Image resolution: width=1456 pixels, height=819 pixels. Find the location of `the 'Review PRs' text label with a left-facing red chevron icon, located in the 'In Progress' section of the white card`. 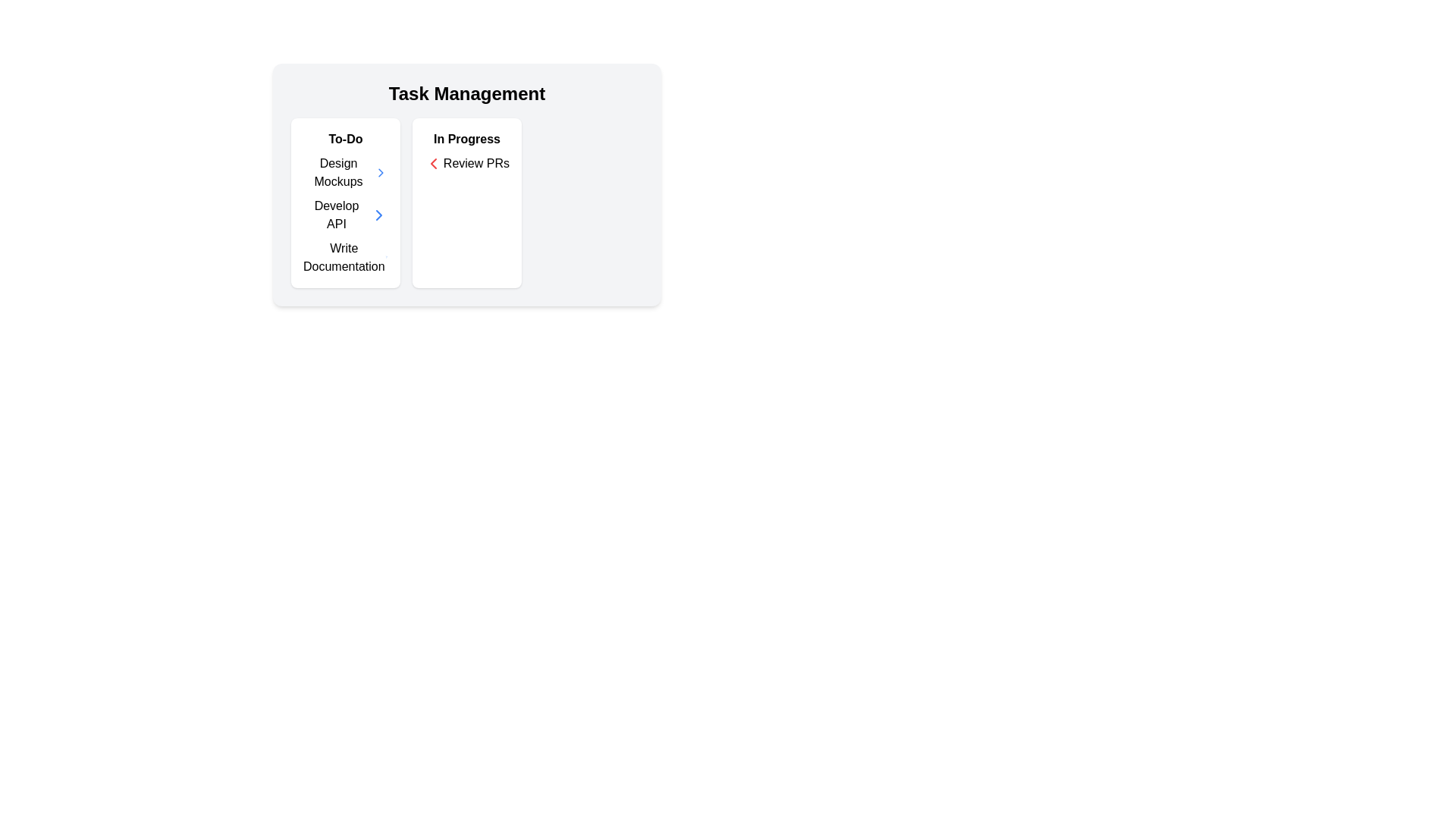

the 'Review PRs' text label with a left-facing red chevron icon, located in the 'In Progress' section of the white card is located at coordinates (466, 164).